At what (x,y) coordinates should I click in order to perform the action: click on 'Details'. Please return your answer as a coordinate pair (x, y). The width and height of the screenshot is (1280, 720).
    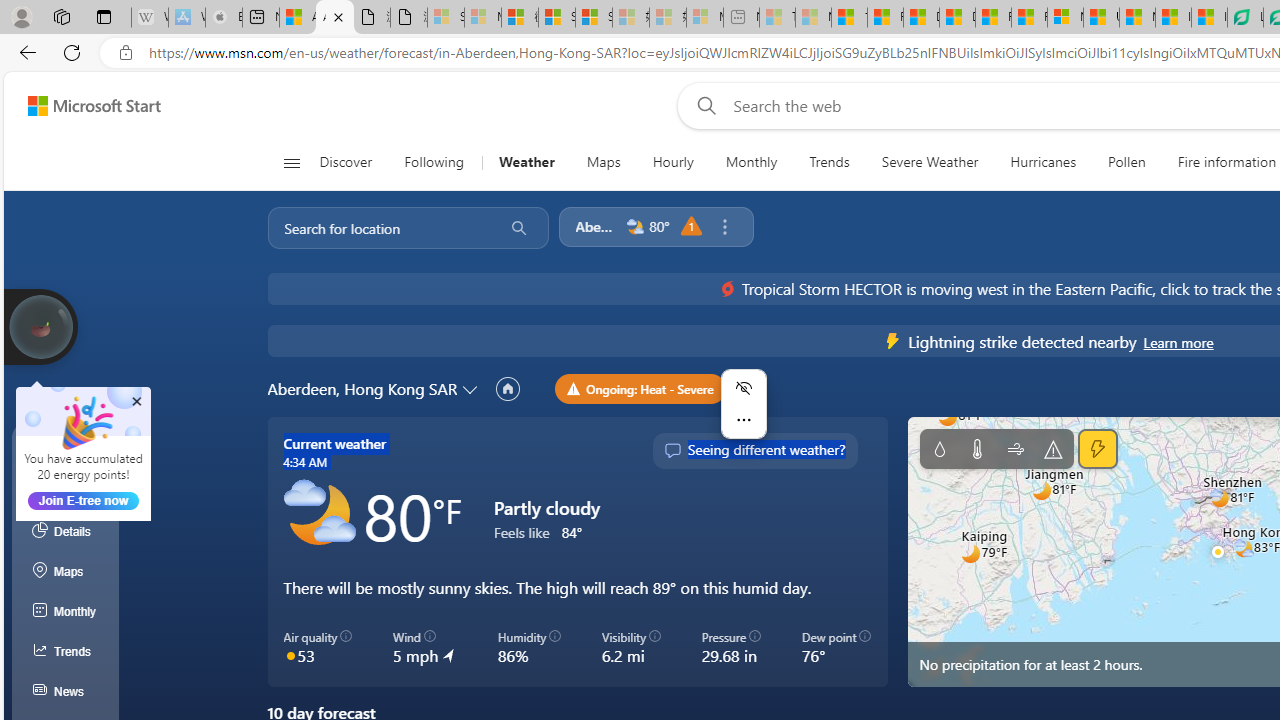
    Looking at the image, I should click on (65, 530).